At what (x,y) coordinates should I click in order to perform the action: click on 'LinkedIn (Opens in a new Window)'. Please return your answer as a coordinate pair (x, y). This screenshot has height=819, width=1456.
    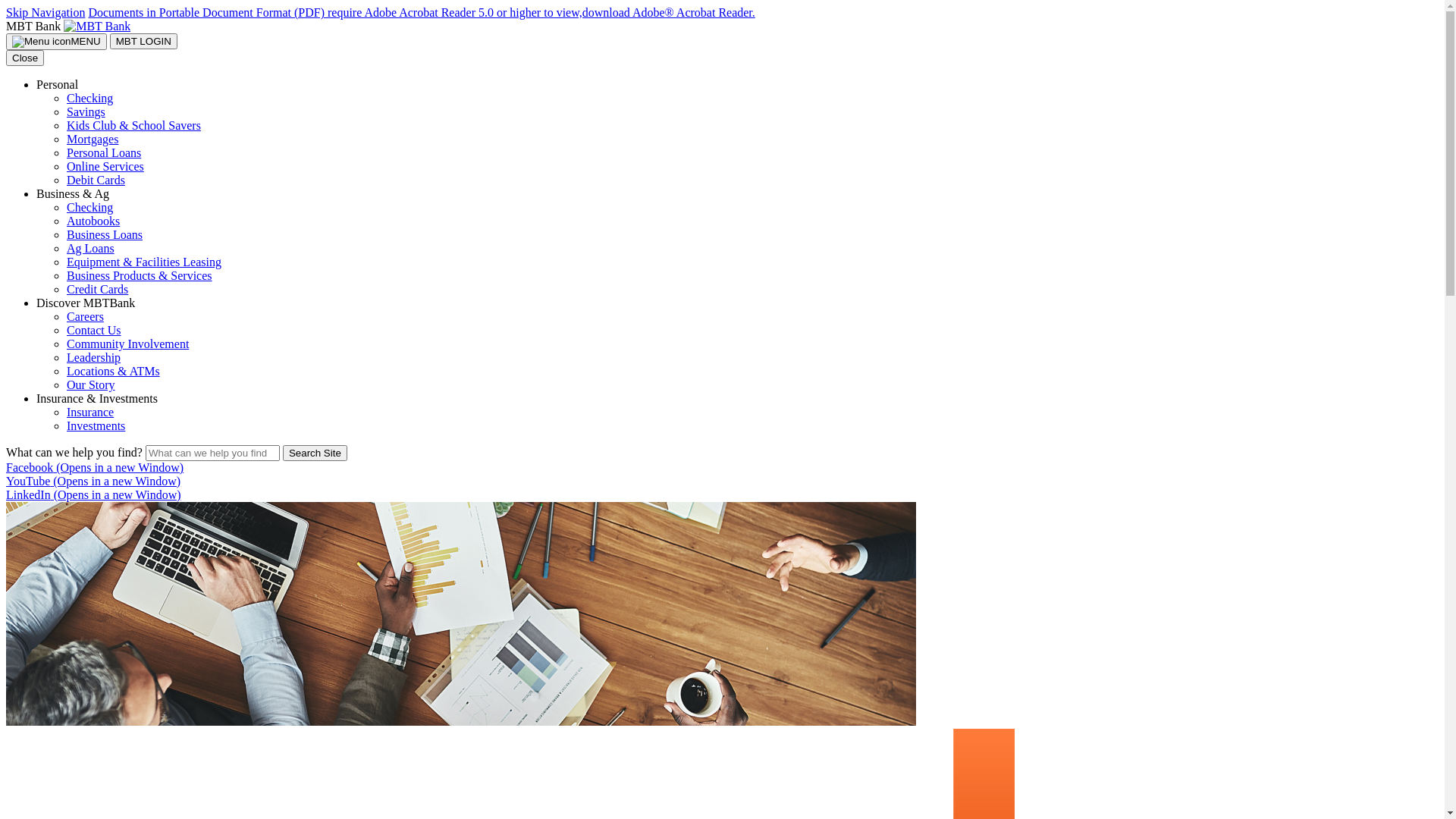
    Looking at the image, I should click on (93, 494).